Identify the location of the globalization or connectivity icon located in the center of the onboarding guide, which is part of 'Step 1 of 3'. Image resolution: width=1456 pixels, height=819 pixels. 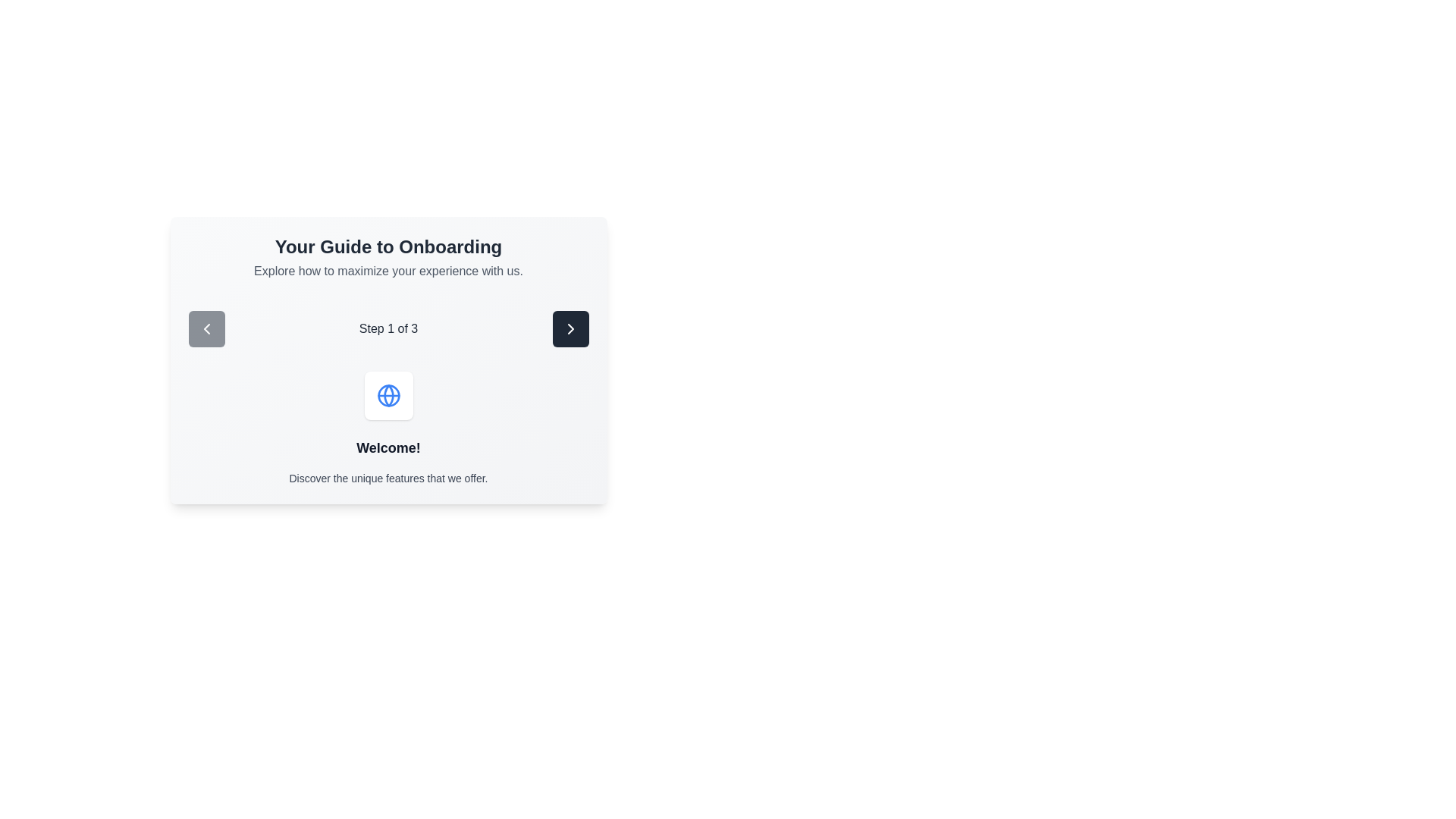
(388, 394).